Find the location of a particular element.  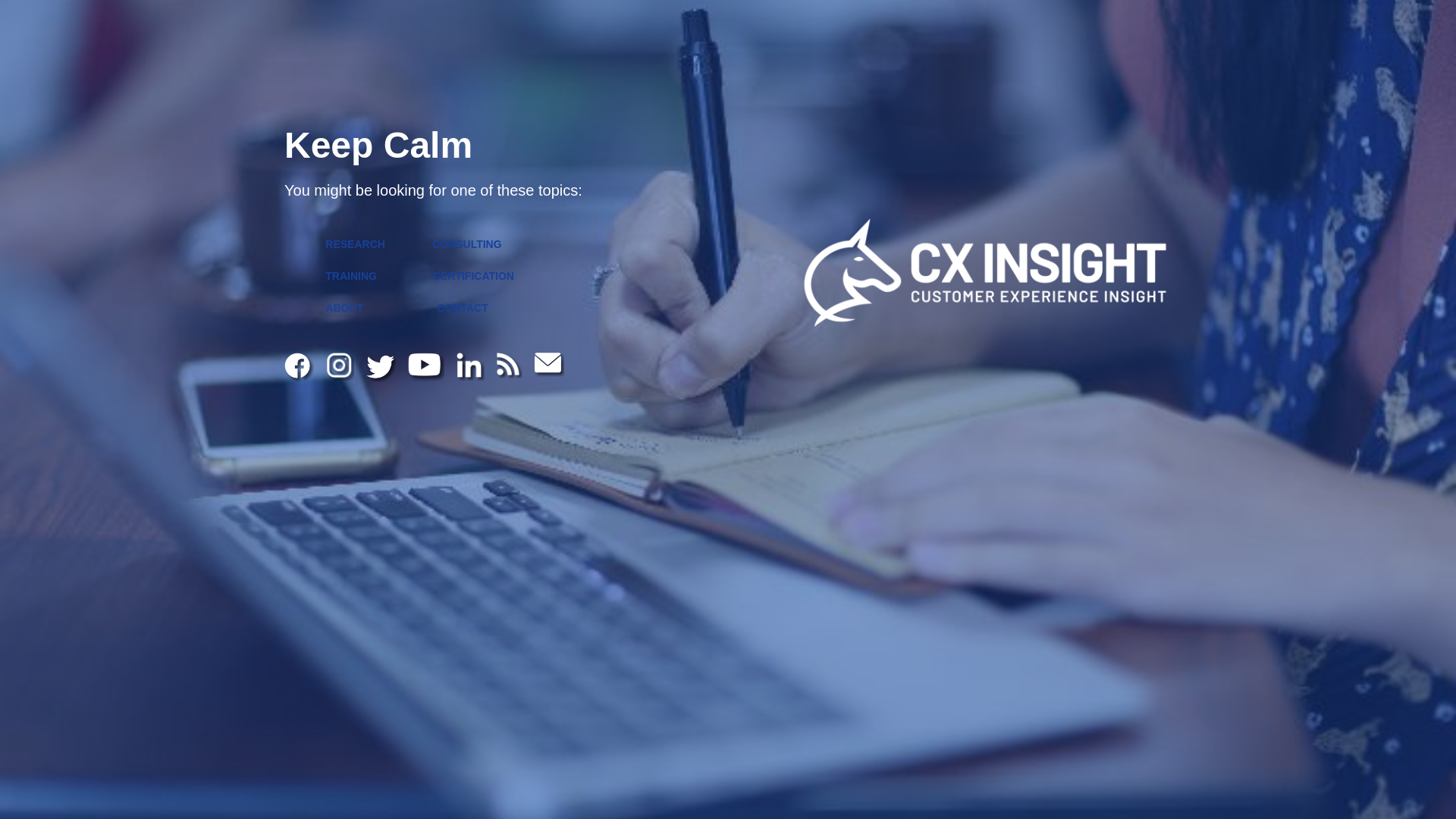

'TRAINING' is located at coordinates (350, 275).